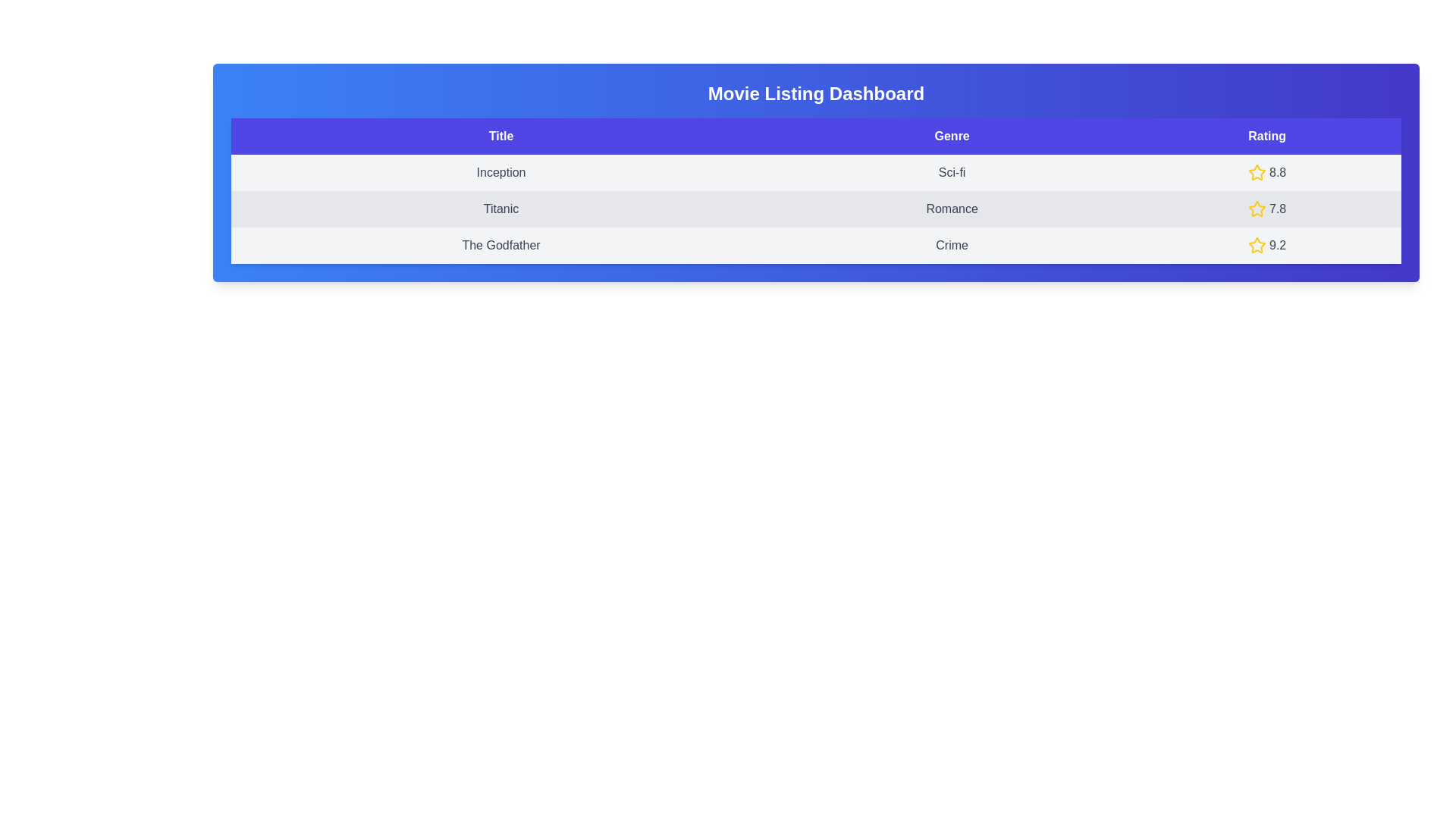  Describe the element at coordinates (501, 171) in the screenshot. I see `the 'Inception' text label, which is a bold, centered text located in the first column of the first row under the 'Title' header in a table format` at that location.